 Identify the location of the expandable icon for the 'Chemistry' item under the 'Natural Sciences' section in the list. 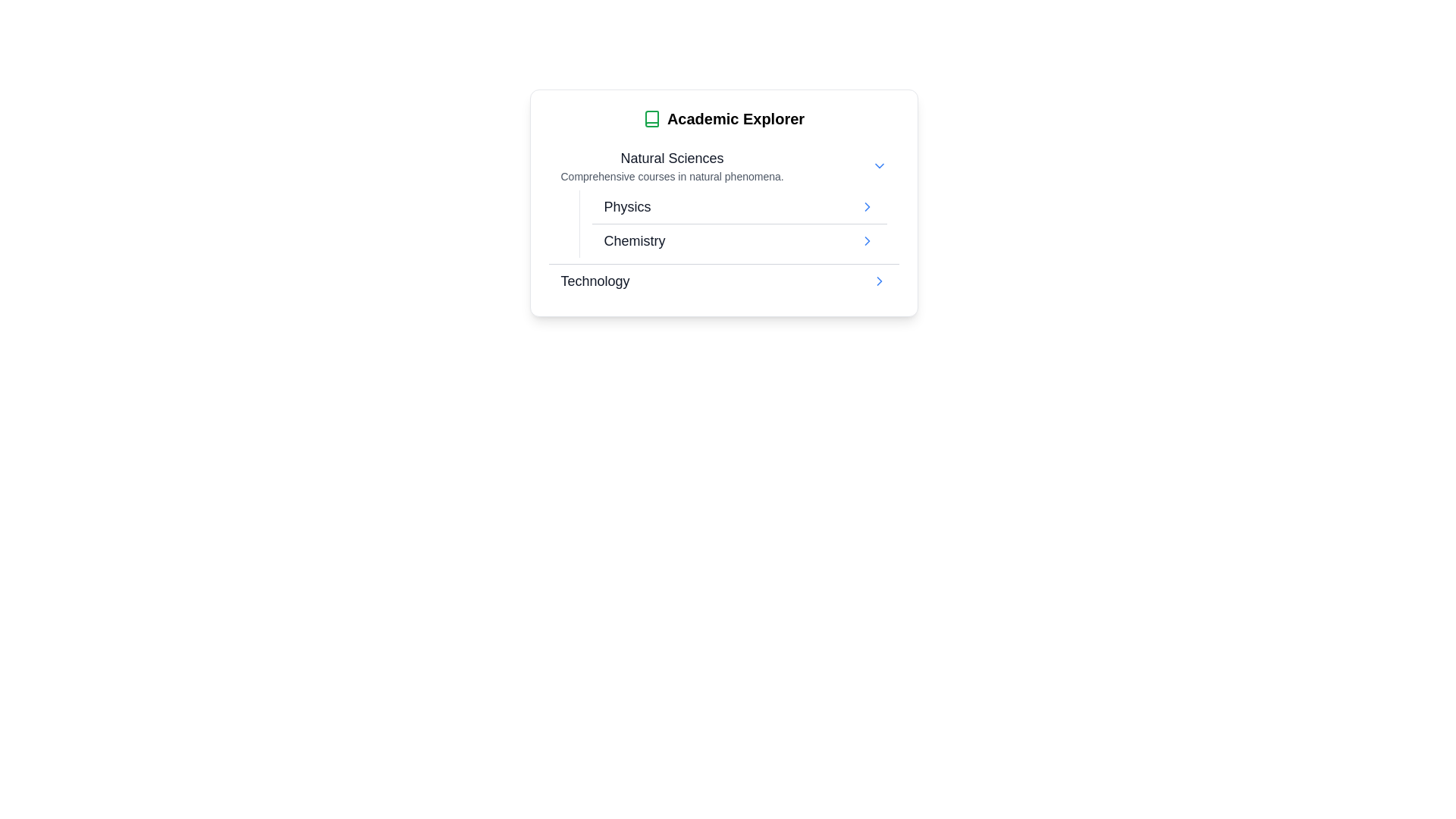
(867, 240).